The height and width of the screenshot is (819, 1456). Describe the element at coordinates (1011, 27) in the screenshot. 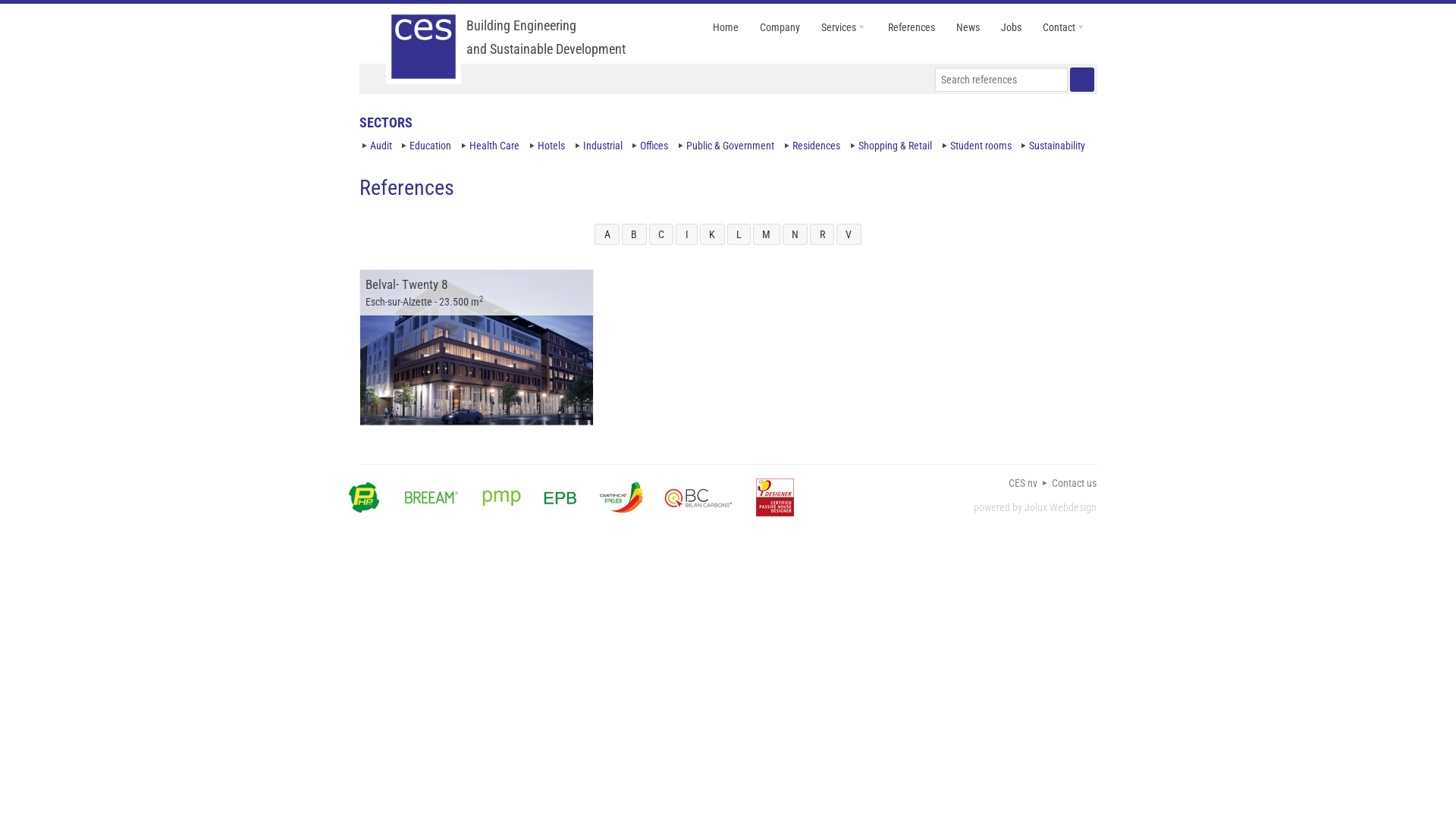

I see `'Jobs'` at that location.